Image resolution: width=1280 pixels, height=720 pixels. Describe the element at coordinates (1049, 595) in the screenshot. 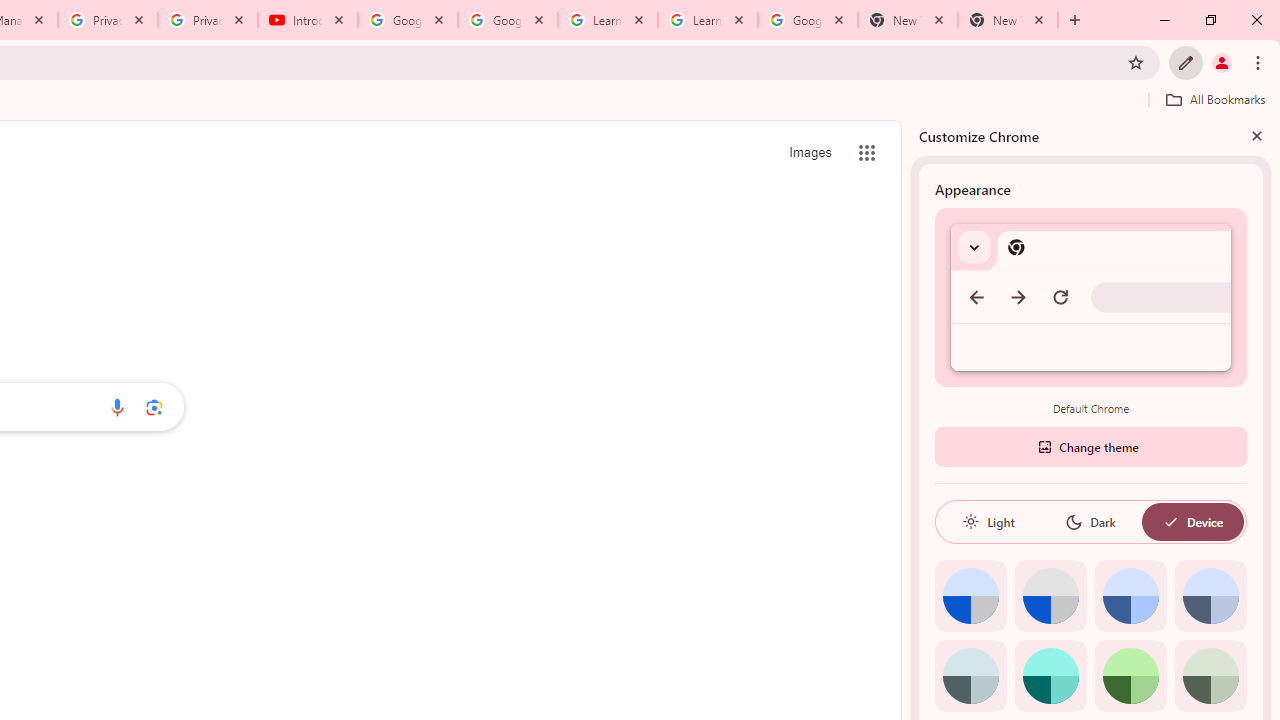

I see `'Grey default color'` at that location.